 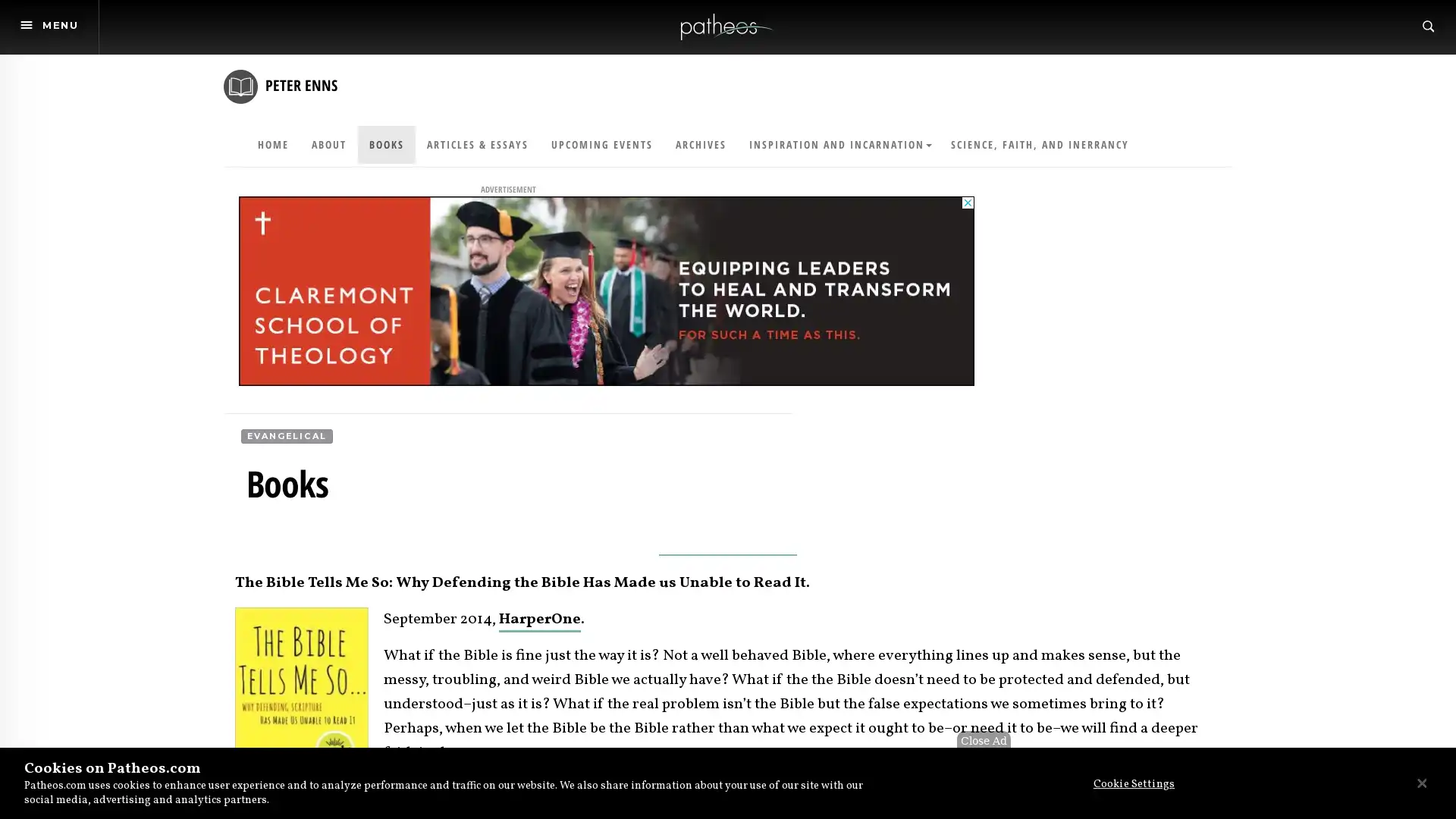 What do you see at coordinates (837, 146) in the screenshot?
I see `INSPIRATION AND INCARNATION` at bounding box center [837, 146].